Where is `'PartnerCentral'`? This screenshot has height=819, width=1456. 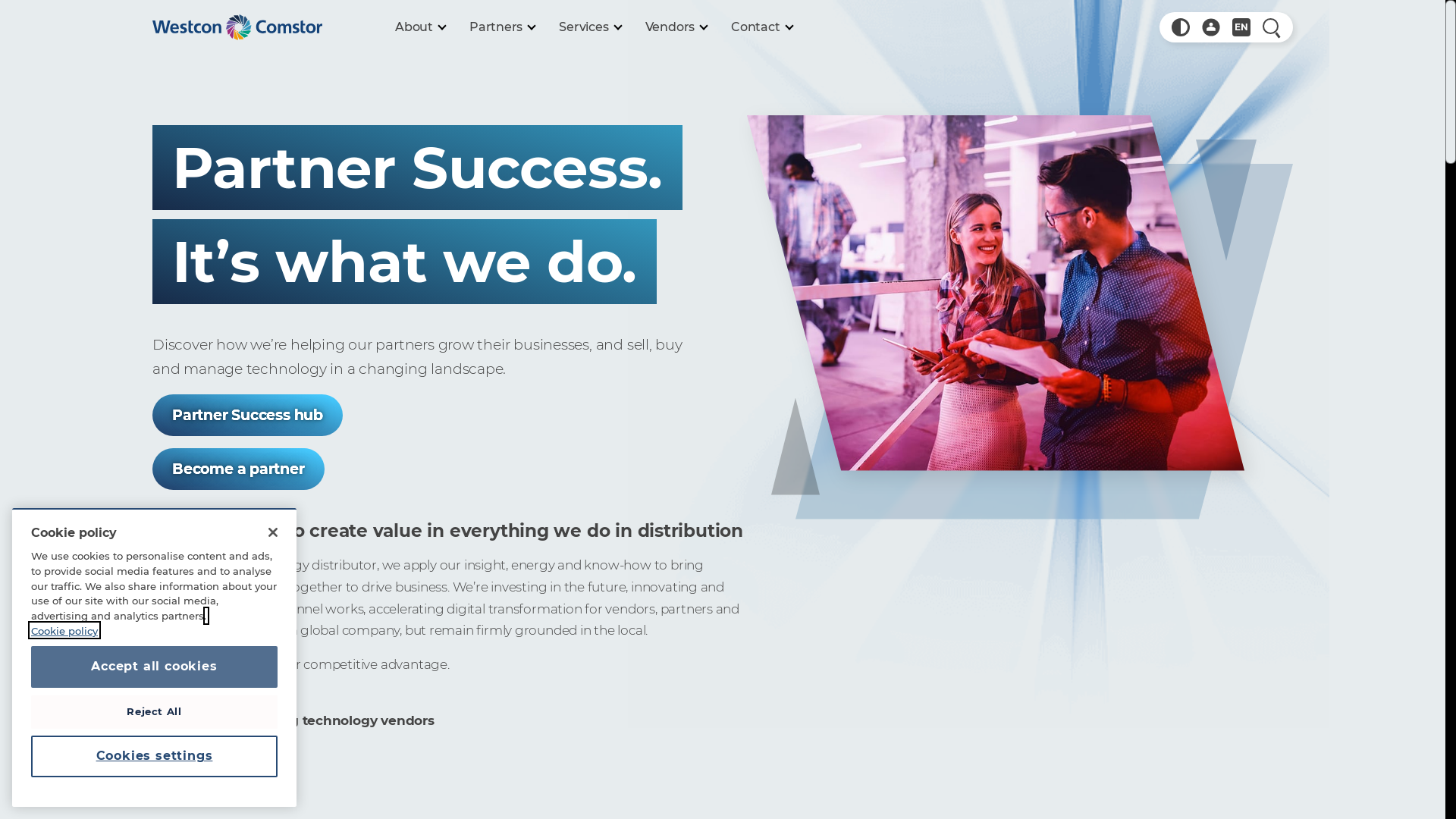
'PartnerCentral' is located at coordinates (1210, 27).